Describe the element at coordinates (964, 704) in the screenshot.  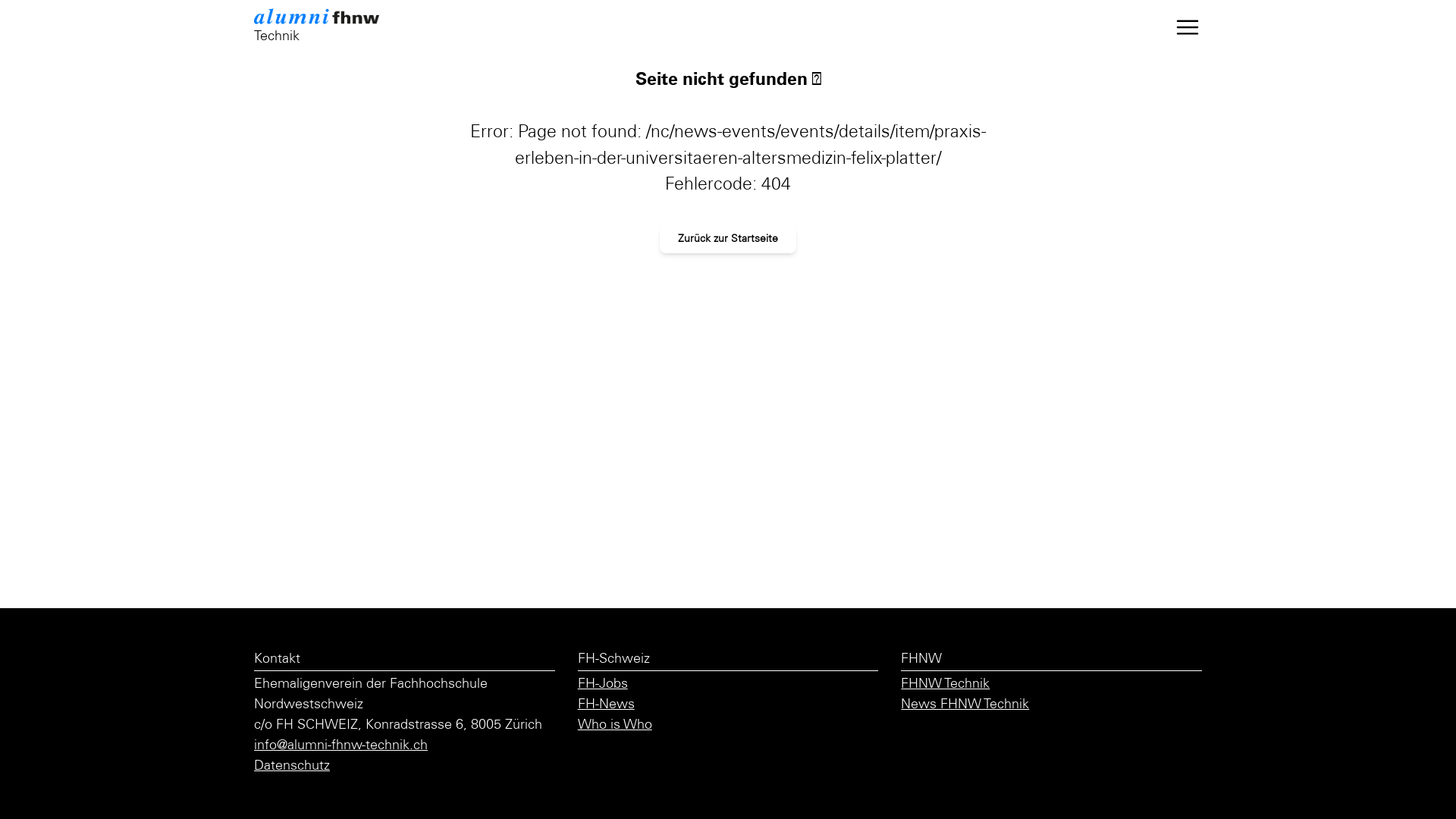
I see `'News FHNW Technik'` at that location.